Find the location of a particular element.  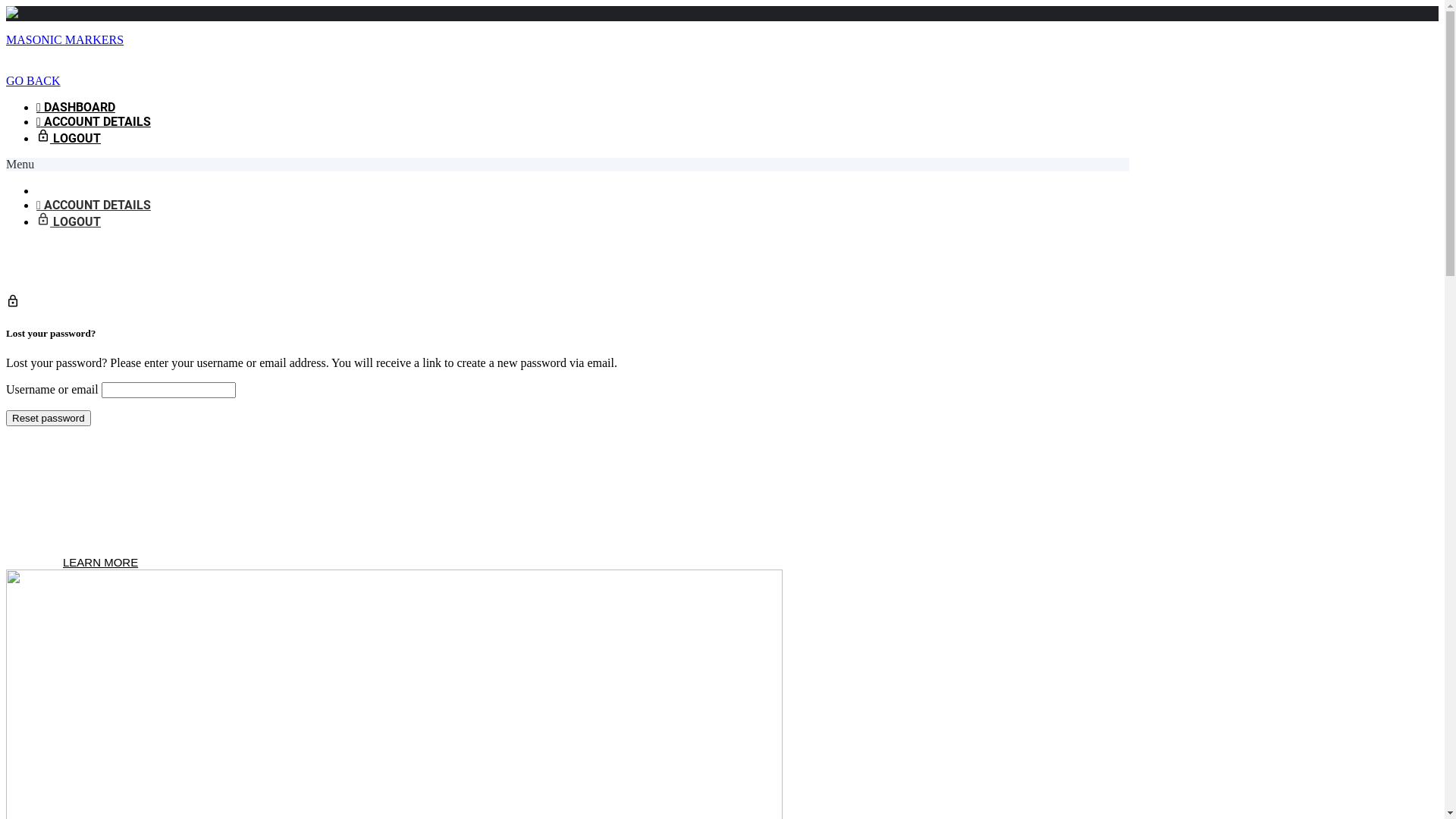

'GO BACK' is located at coordinates (33, 80).